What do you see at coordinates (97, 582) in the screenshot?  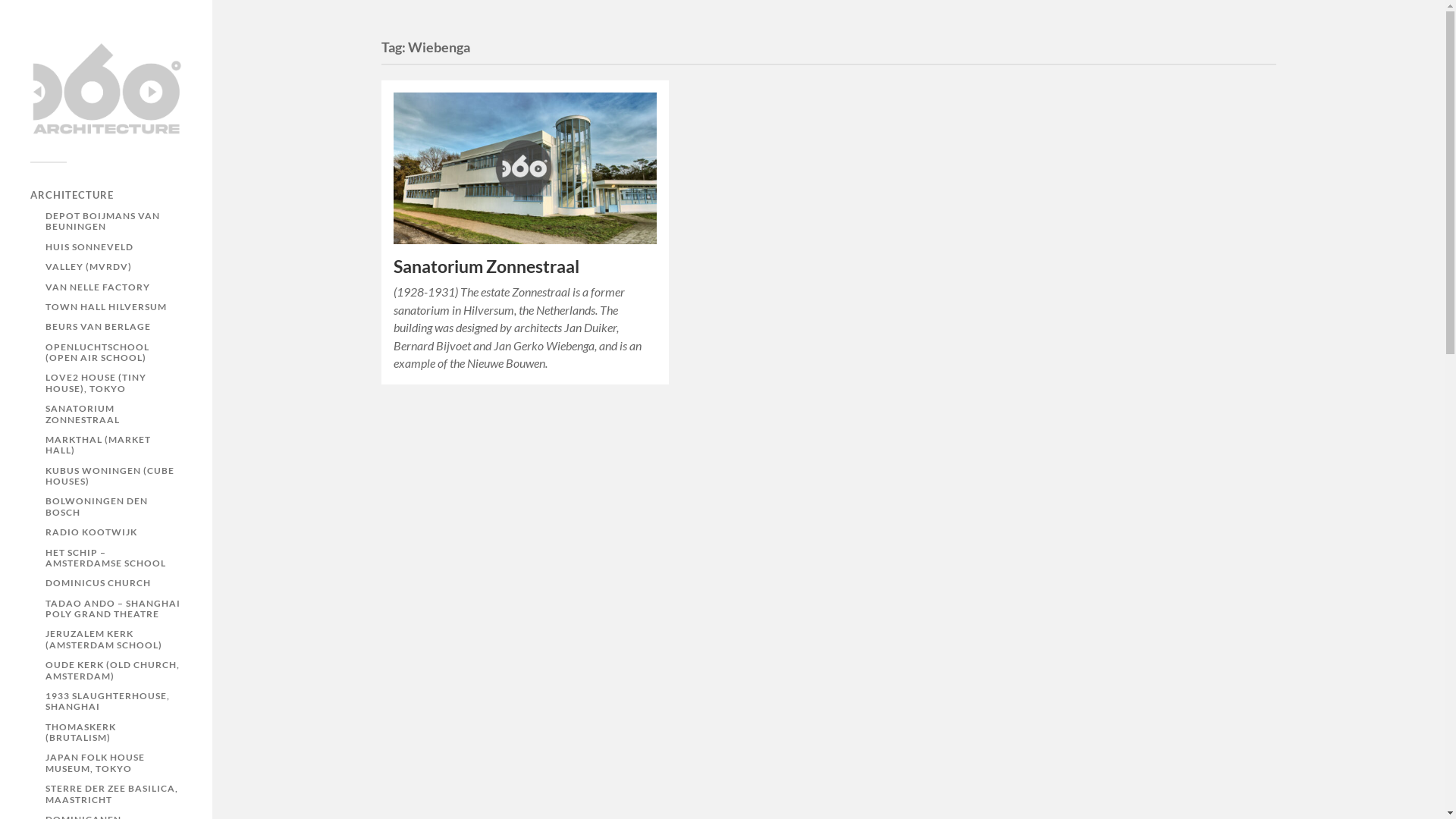 I see `'DOMINICUS CHURCH'` at bounding box center [97, 582].